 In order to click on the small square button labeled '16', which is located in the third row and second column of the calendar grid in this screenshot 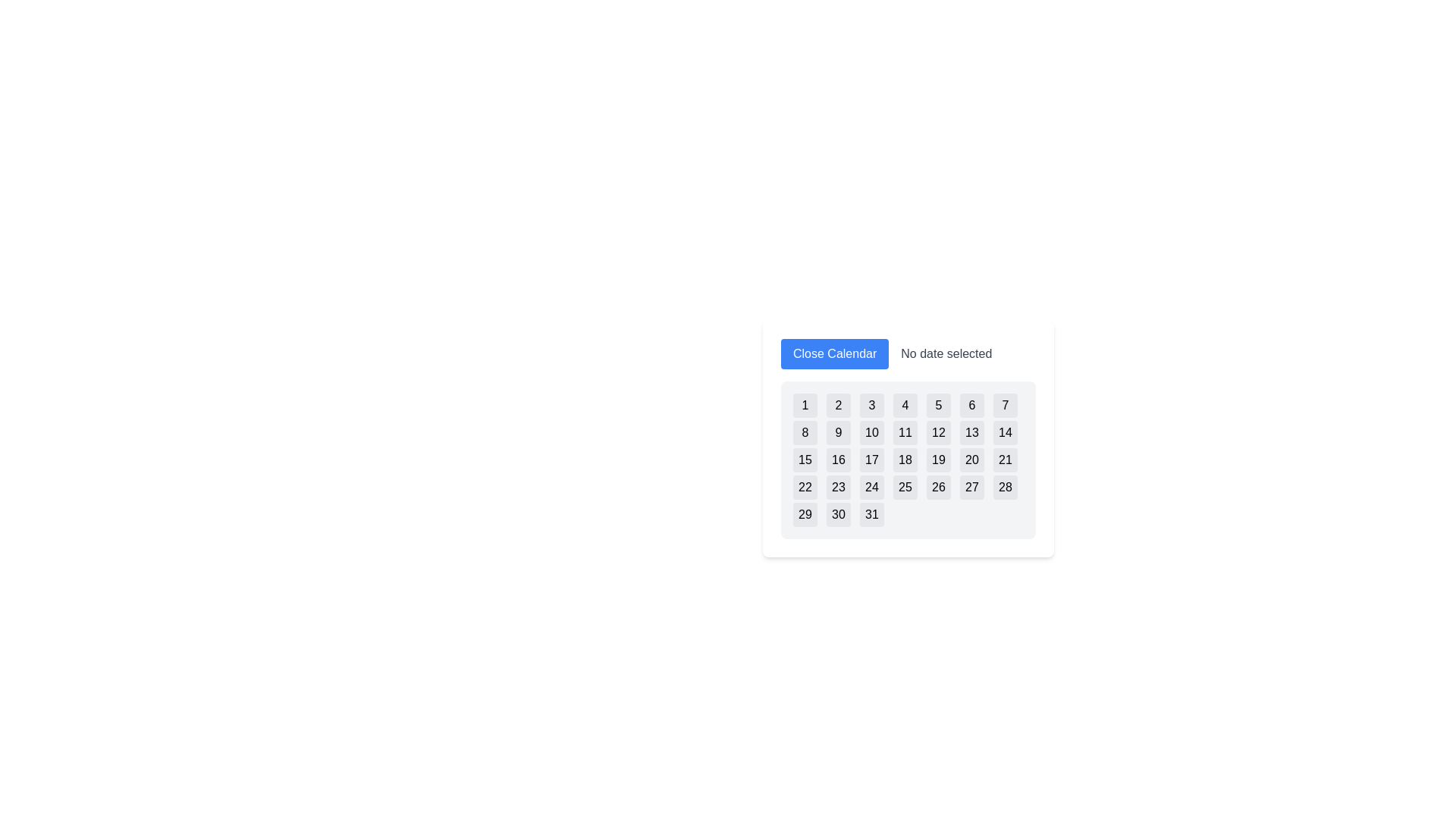, I will do `click(837, 459)`.